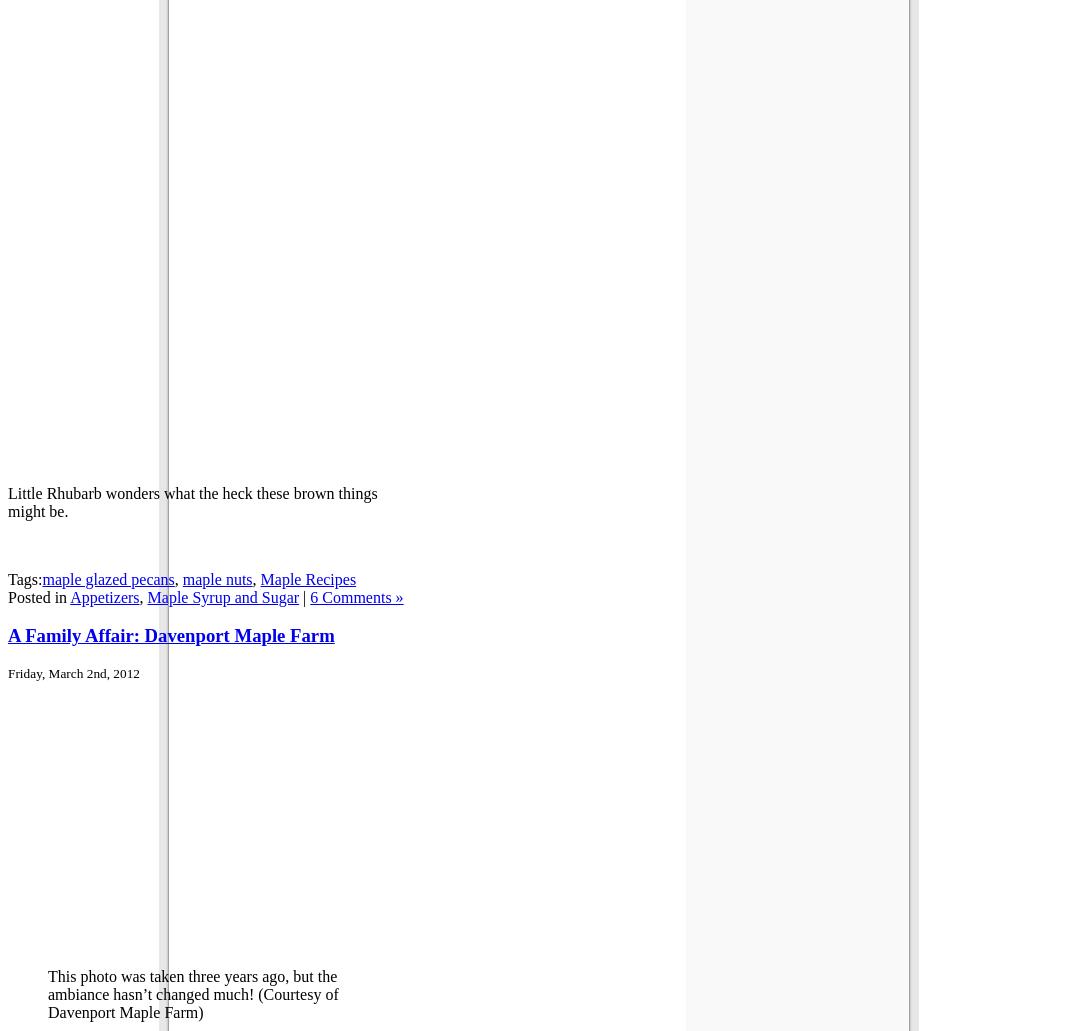 Image resolution: width=1077 pixels, height=1031 pixels. I want to click on '6 Comments »', so click(355, 595).